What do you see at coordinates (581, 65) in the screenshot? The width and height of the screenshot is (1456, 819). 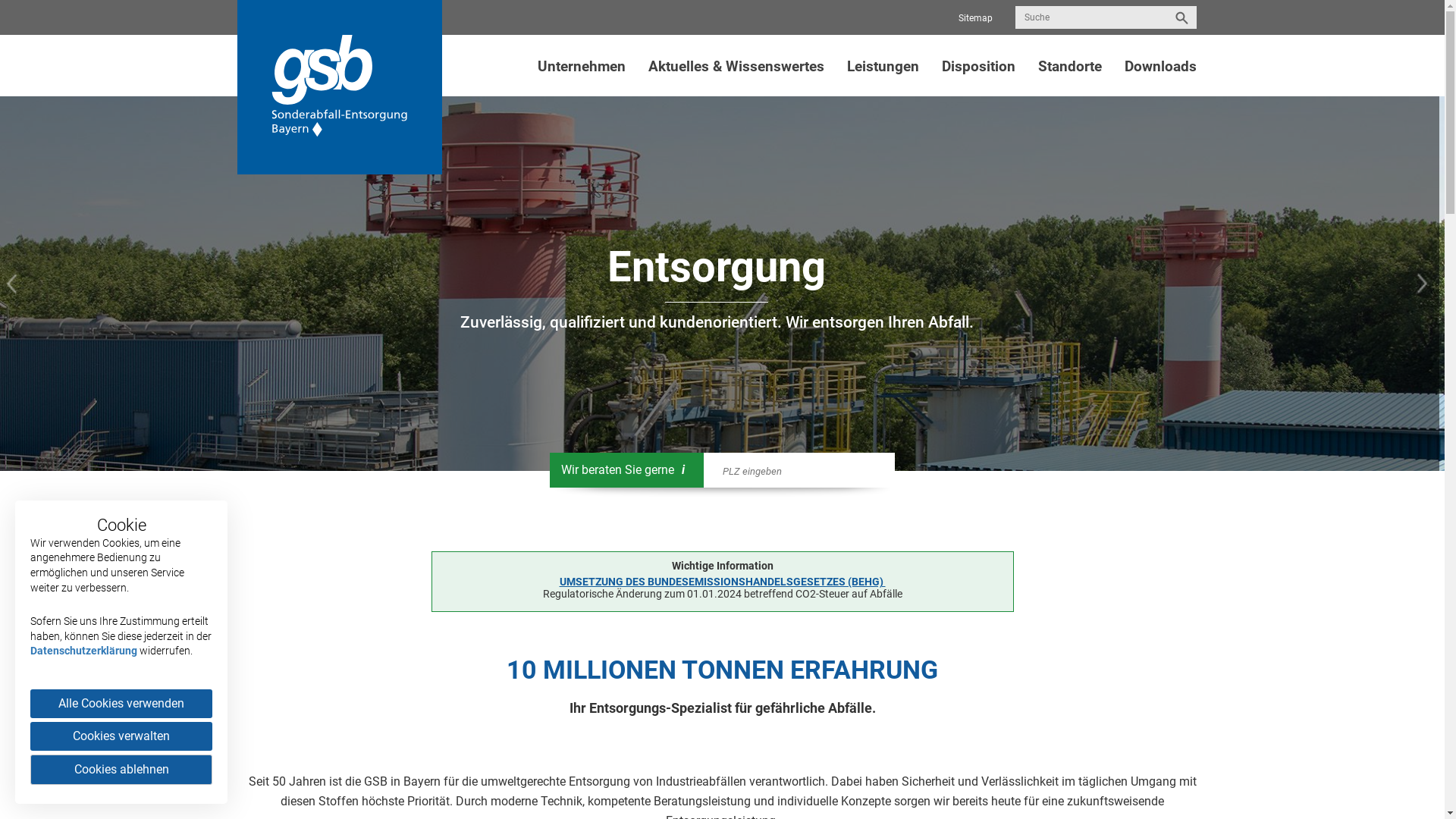 I see `'Unternehmen'` at bounding box center [581, 65].